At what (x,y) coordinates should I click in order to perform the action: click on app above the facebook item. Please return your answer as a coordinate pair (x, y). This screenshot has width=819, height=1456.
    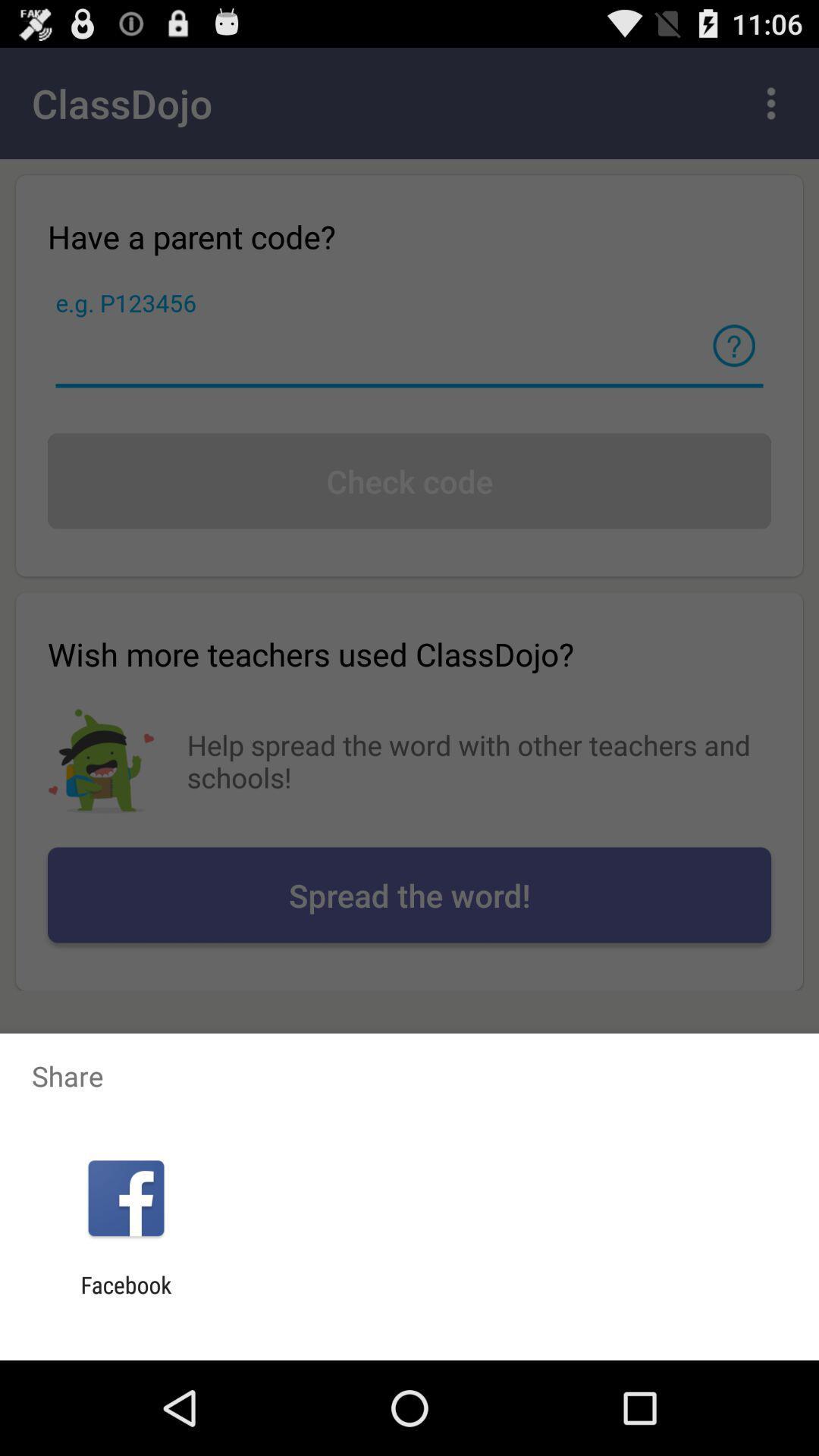
    Looking at the image, I should click on (125, 1197).